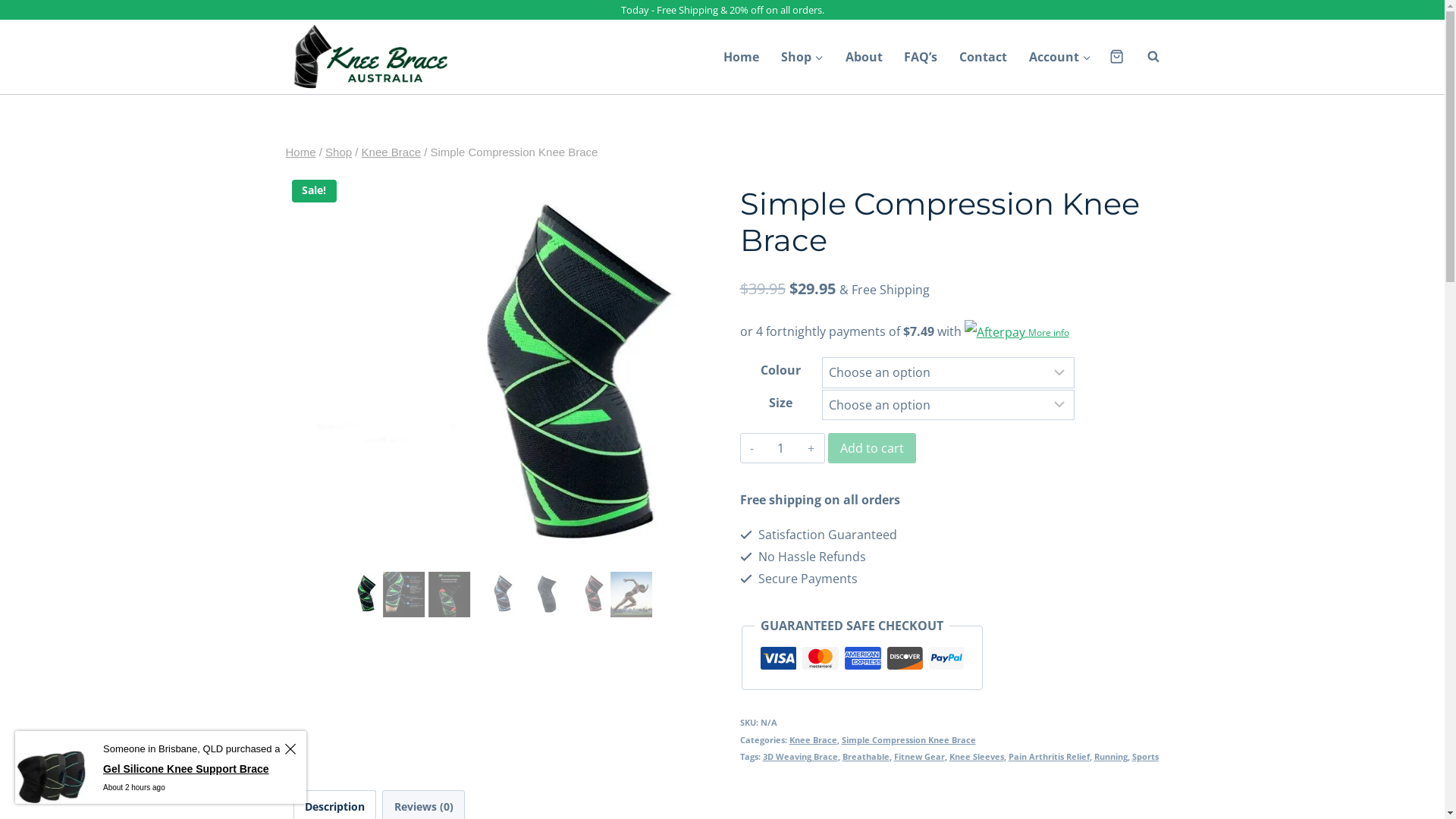 This screenshot has width=1456, height=819. Describe the element at coordinates (983, 55) in the screenshot. I see `'Contact'` at that location.